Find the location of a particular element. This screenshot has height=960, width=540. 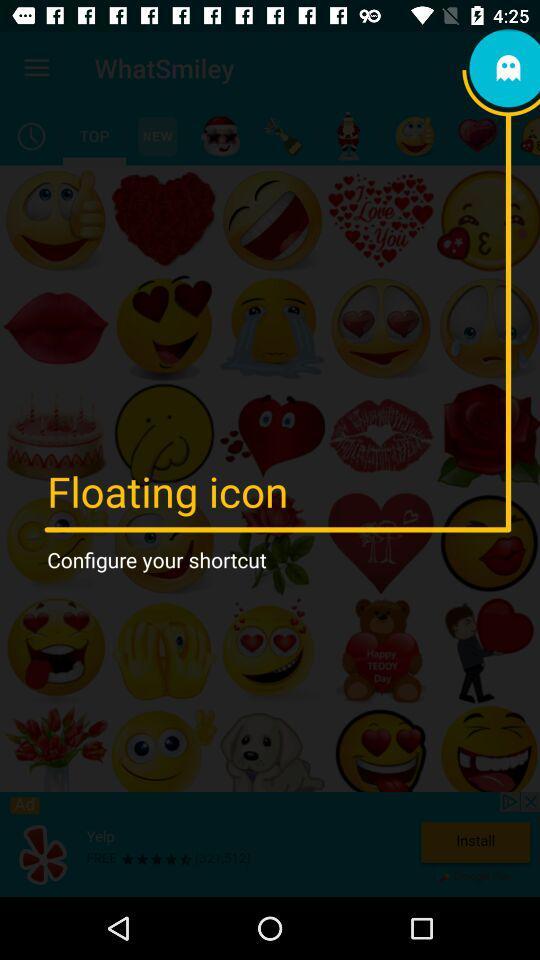

new emojis option button is located at coordinates (156, 135).